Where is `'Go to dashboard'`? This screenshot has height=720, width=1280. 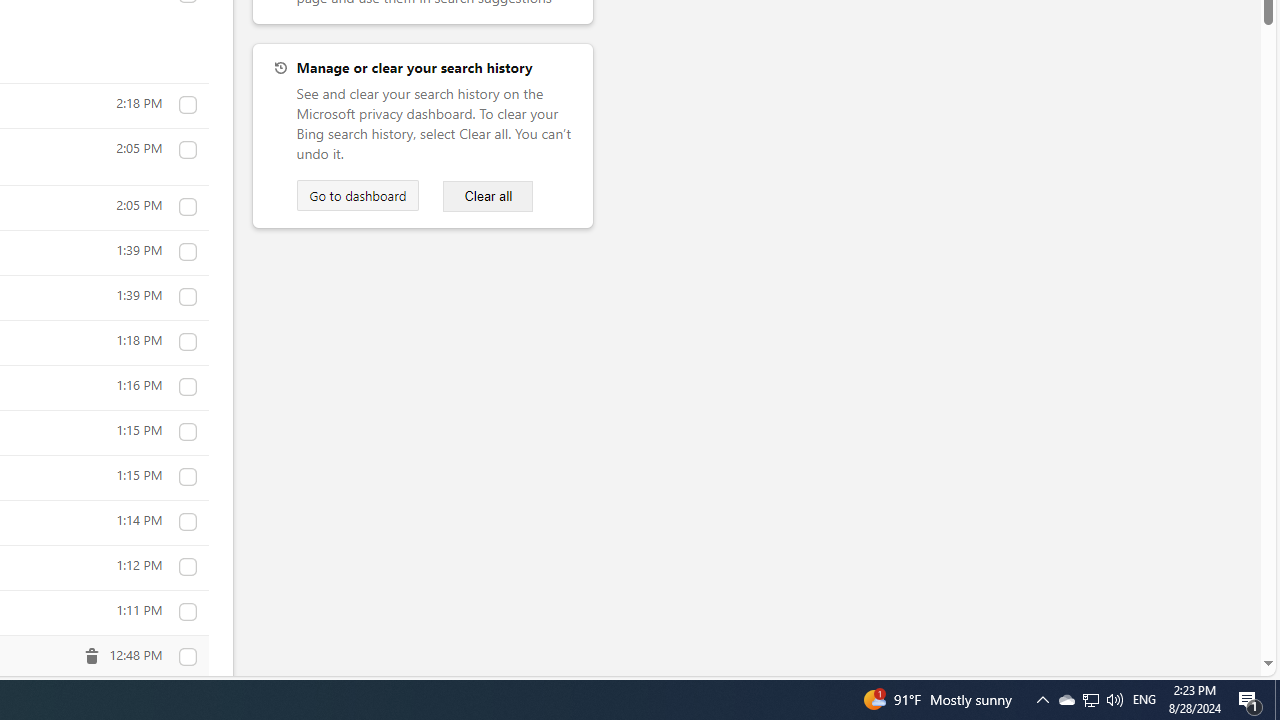 'Go to dashboard' is located at coordinates (357, 195).